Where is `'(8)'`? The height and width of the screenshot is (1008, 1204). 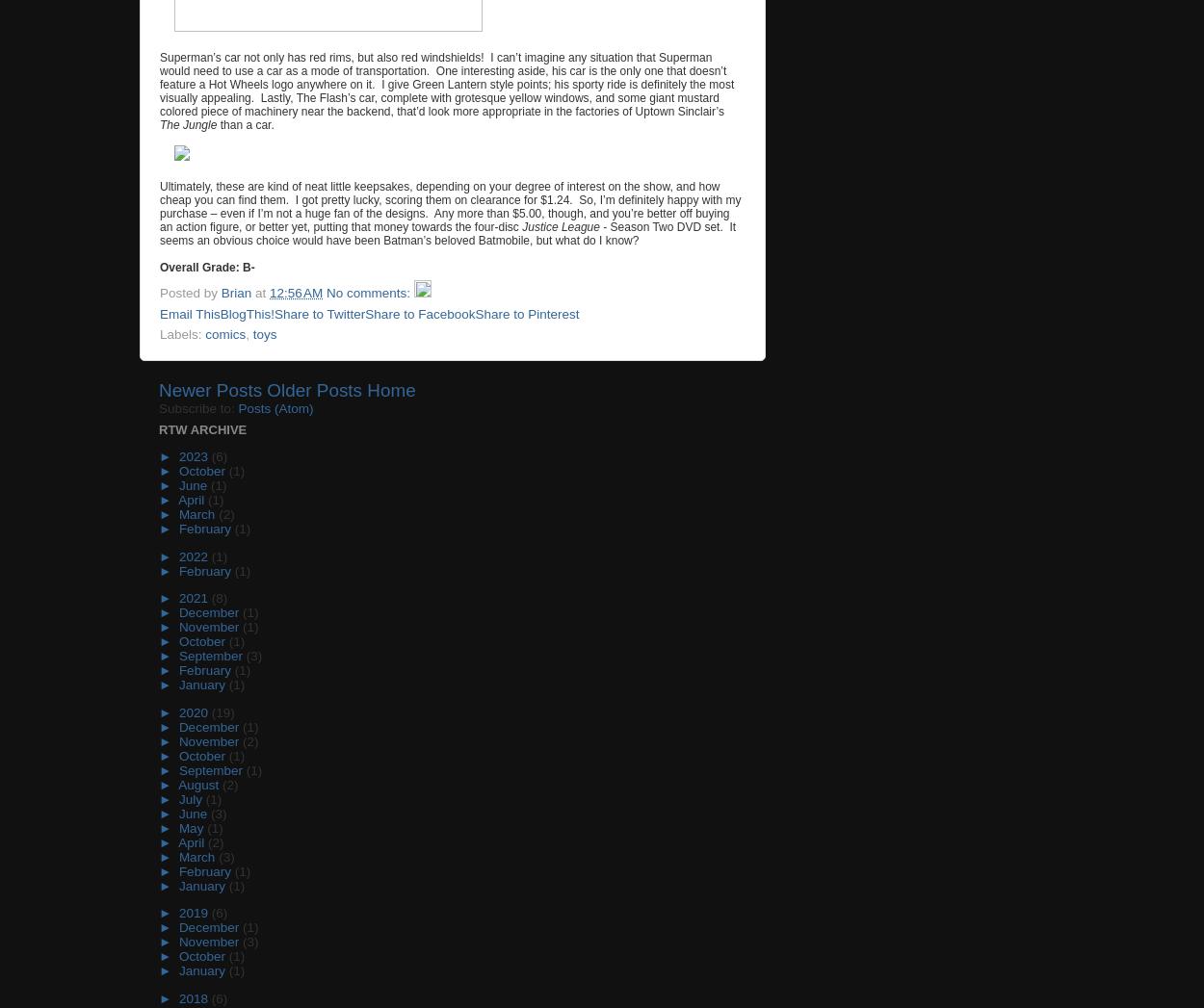
'(8)' is located at coordinates (210, 598).